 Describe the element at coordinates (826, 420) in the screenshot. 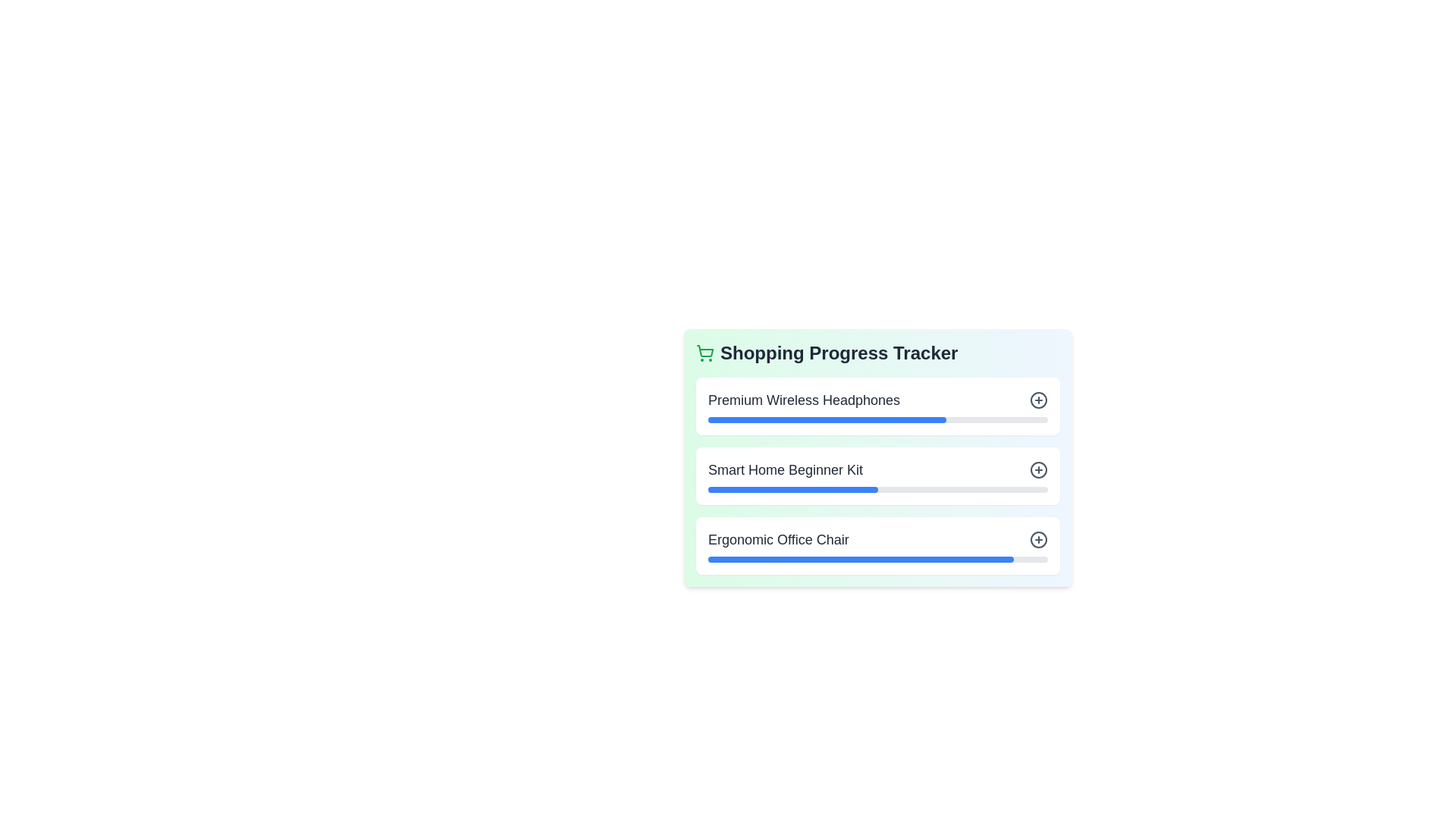

I see `the filled portion of the progress bar representing the completion percentage of the 'Premium Wireless Headphones' within the 'Shopping Progress Tracker' module` at that location.